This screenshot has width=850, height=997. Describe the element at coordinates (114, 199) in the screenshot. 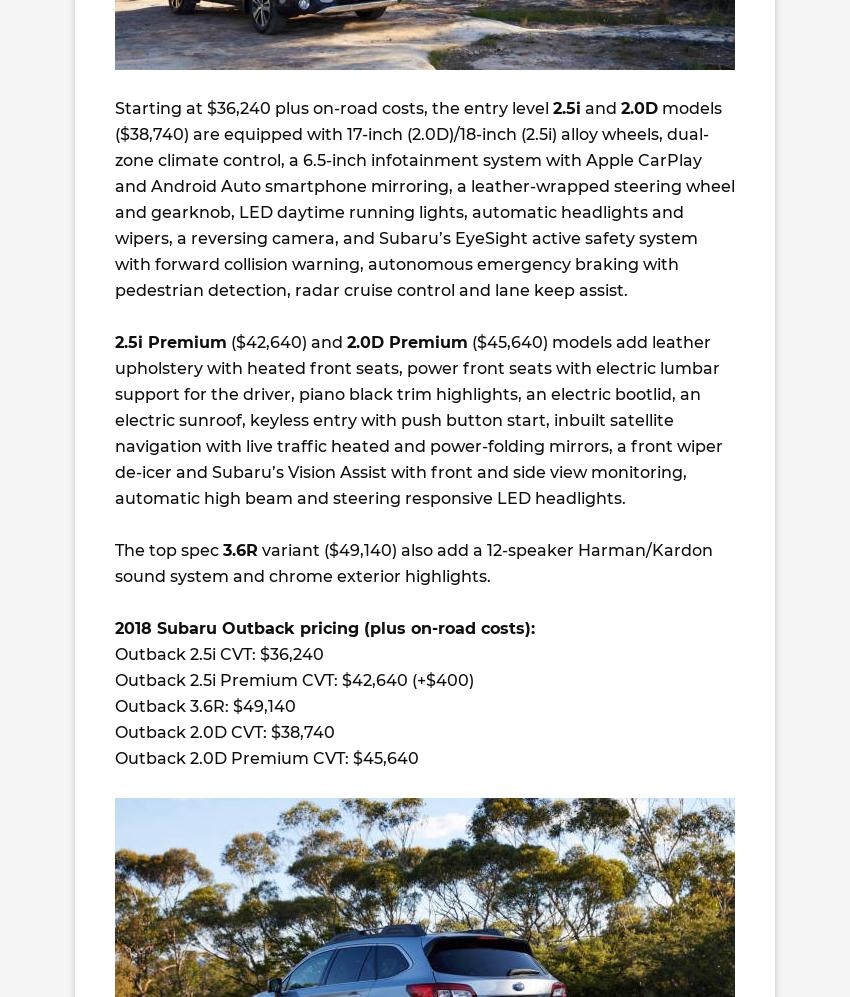

I see `'models ($38,740) are equipped with 17-inch (2.0D)/18-inch (2.5i) alloy wheels, dual-zone climate control, a 6.5-inch infotainment system with Apple CarPlay and Android Auto smartphone mirroring, a leather-wrapped steering wheel and gearknob, LED daytime running lights, automatic headlights and wipers, a reversing camera, and Subaru’s EyeSight active safety system with forward collision warning, autonomous emergency braking with pedestrian detection, radar cruise control and lane keep assist.'` at that location.